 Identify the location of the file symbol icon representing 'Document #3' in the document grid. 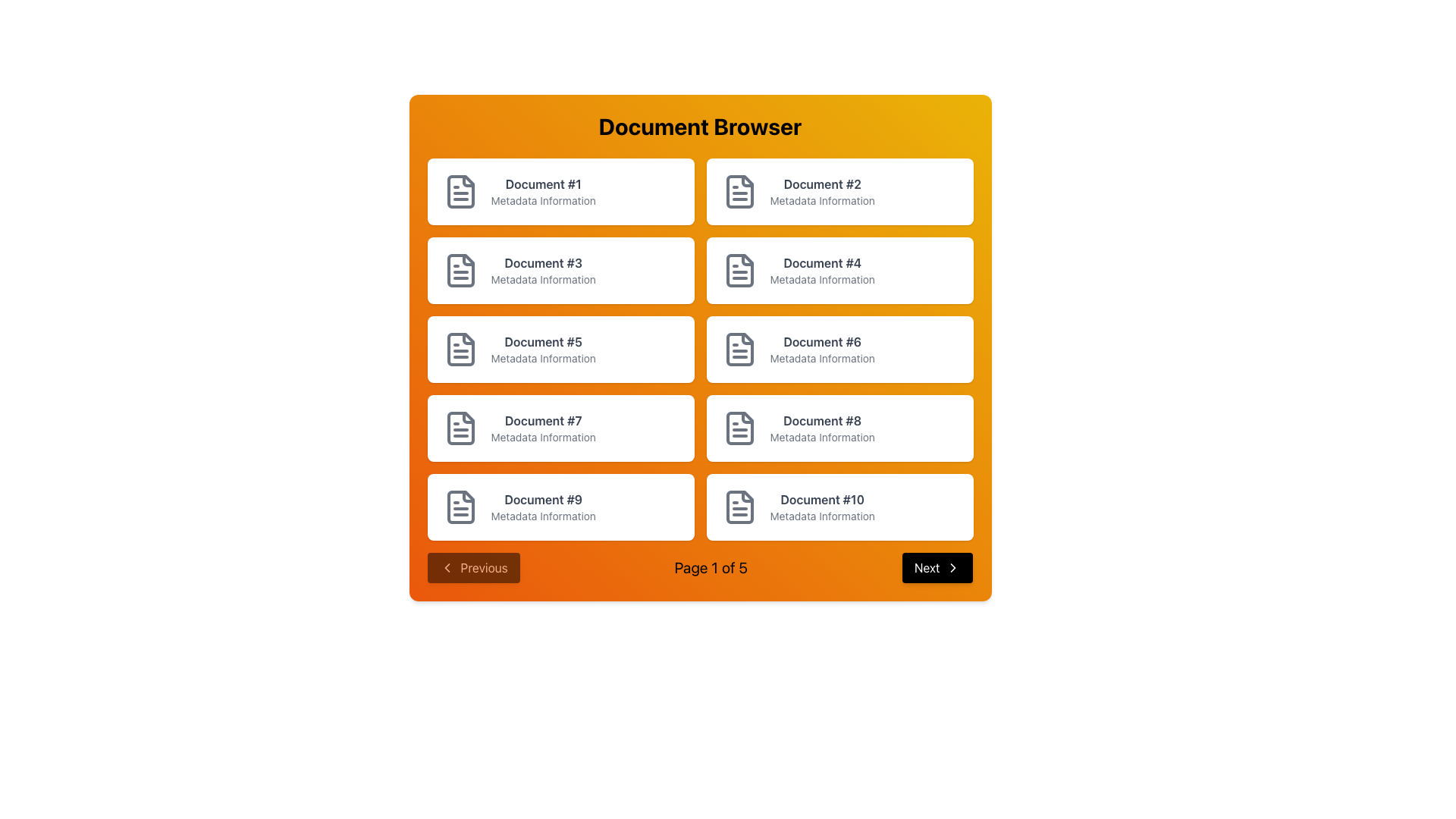
(460, 270).